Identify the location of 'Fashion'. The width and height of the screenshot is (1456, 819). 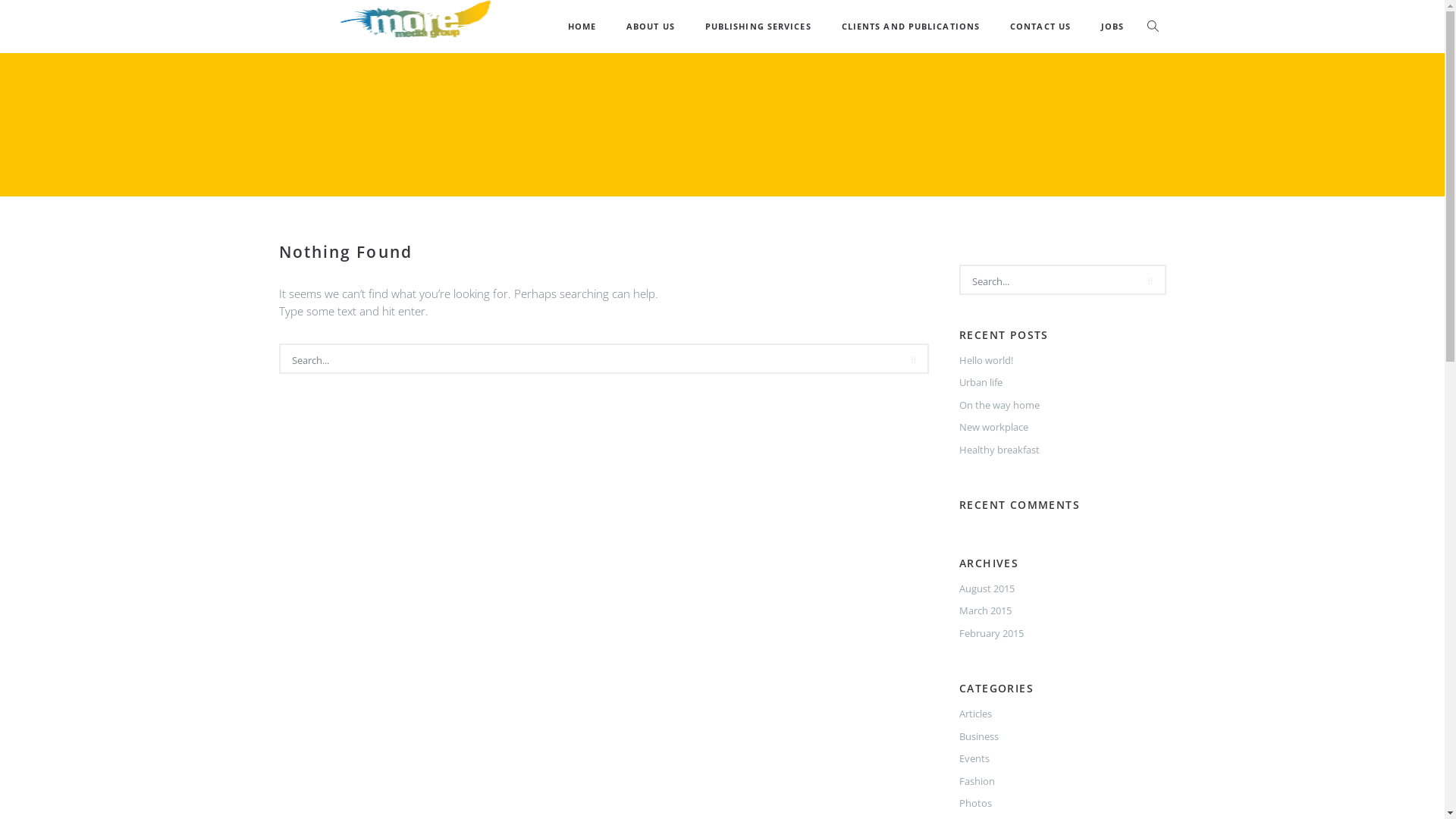
(977, 780).